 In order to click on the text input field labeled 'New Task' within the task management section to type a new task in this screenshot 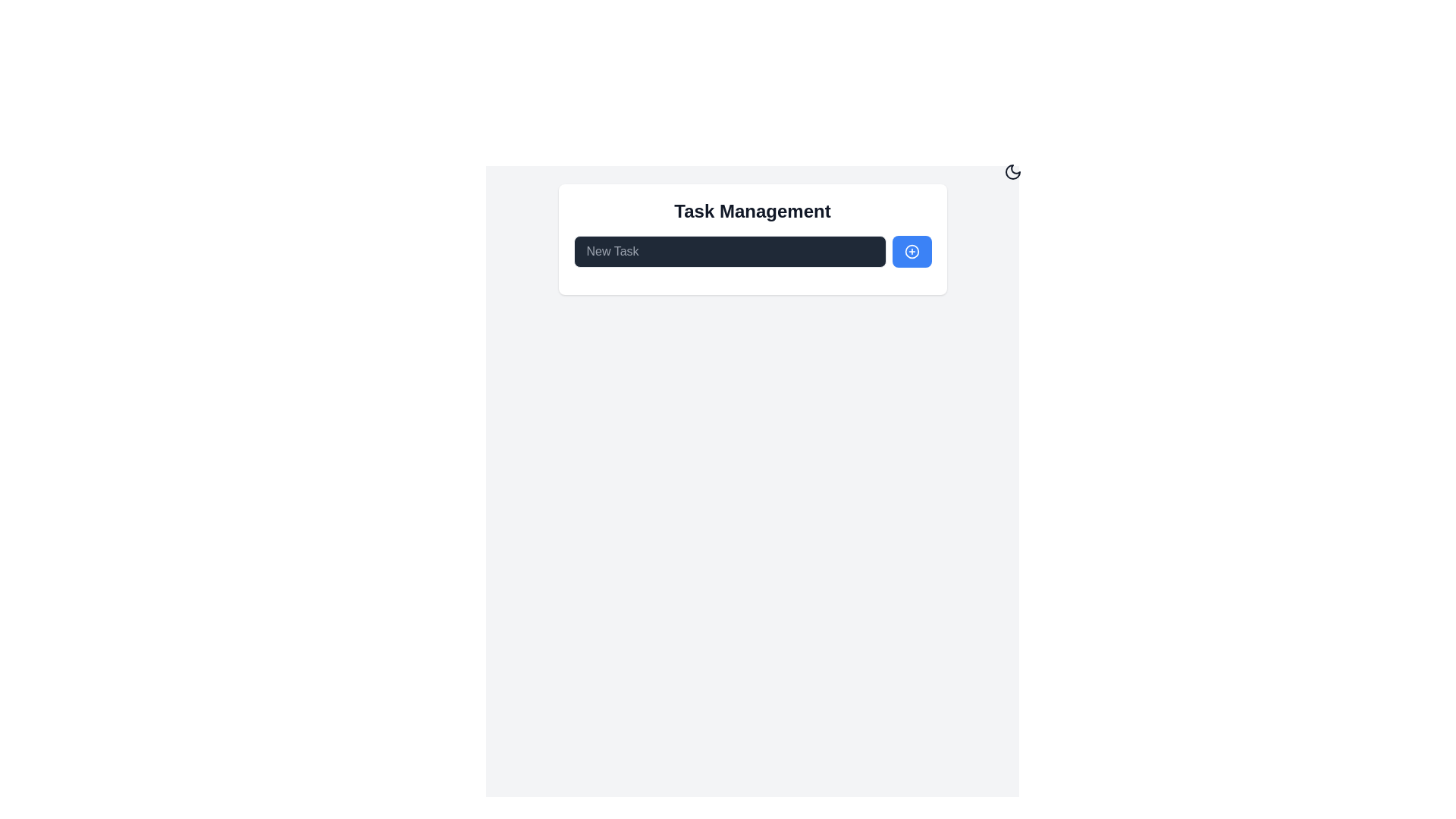, I will do `click(752, 250)`.